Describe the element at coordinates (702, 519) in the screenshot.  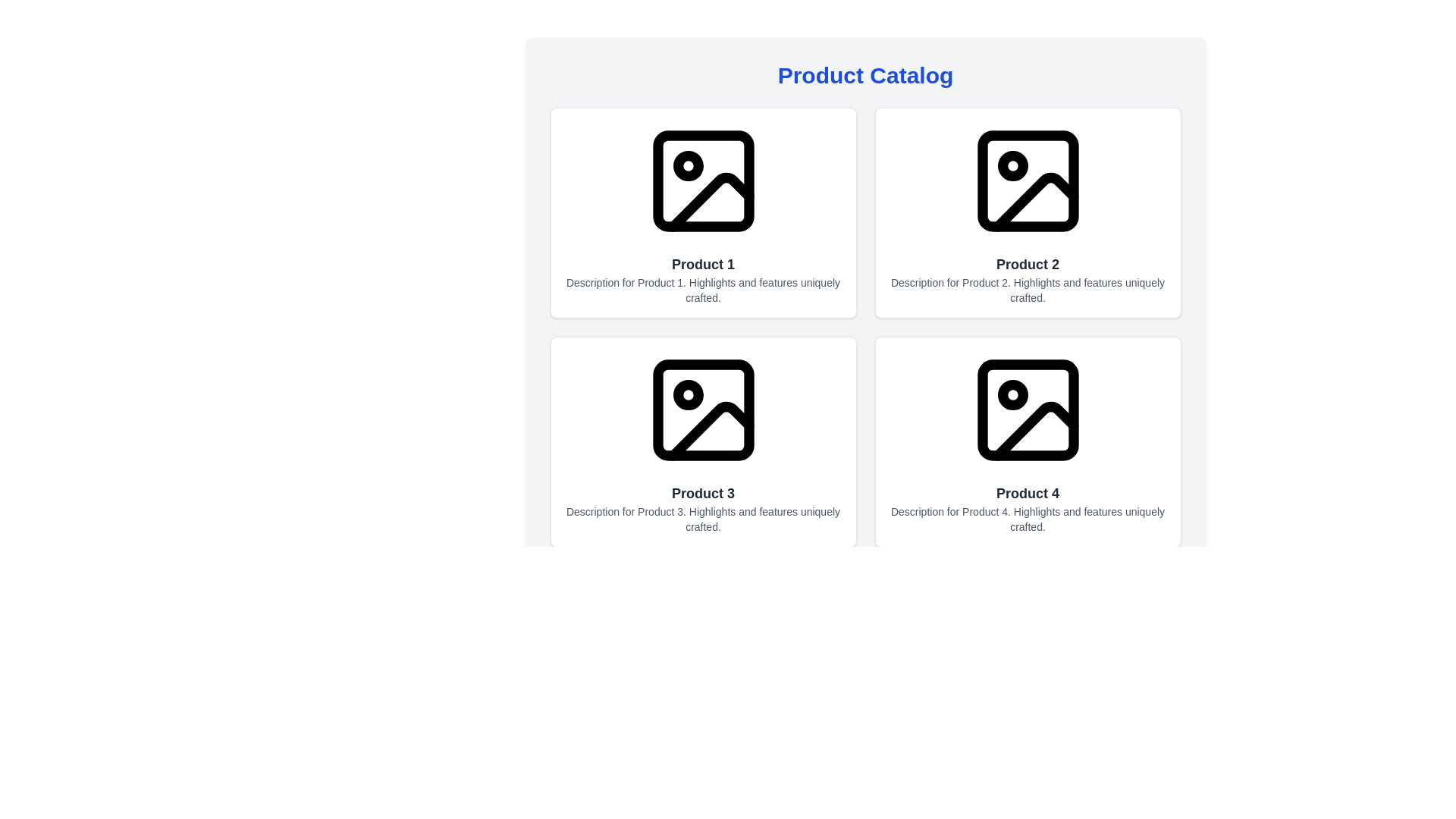
I see `the text element that describes 'Product 3', which is styled with a small-sized gray font and positioned below the bold title 'Product 3'` at that location.